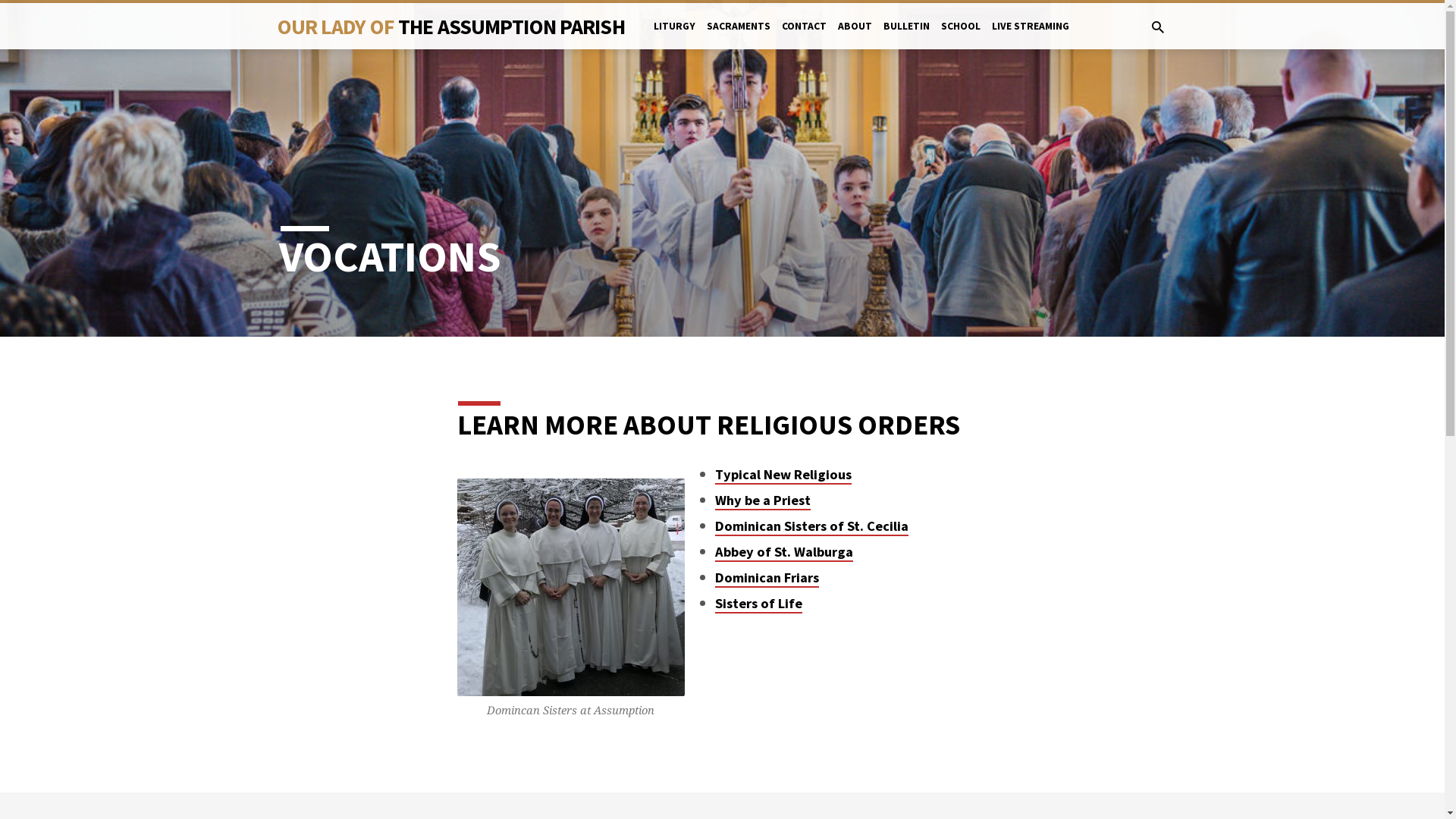 The height and width of the screenshot is (819, 1456). Describe the element at coordinates (992, 35) in the screenshot. I see `'LIVE STREAMING'` at that location.